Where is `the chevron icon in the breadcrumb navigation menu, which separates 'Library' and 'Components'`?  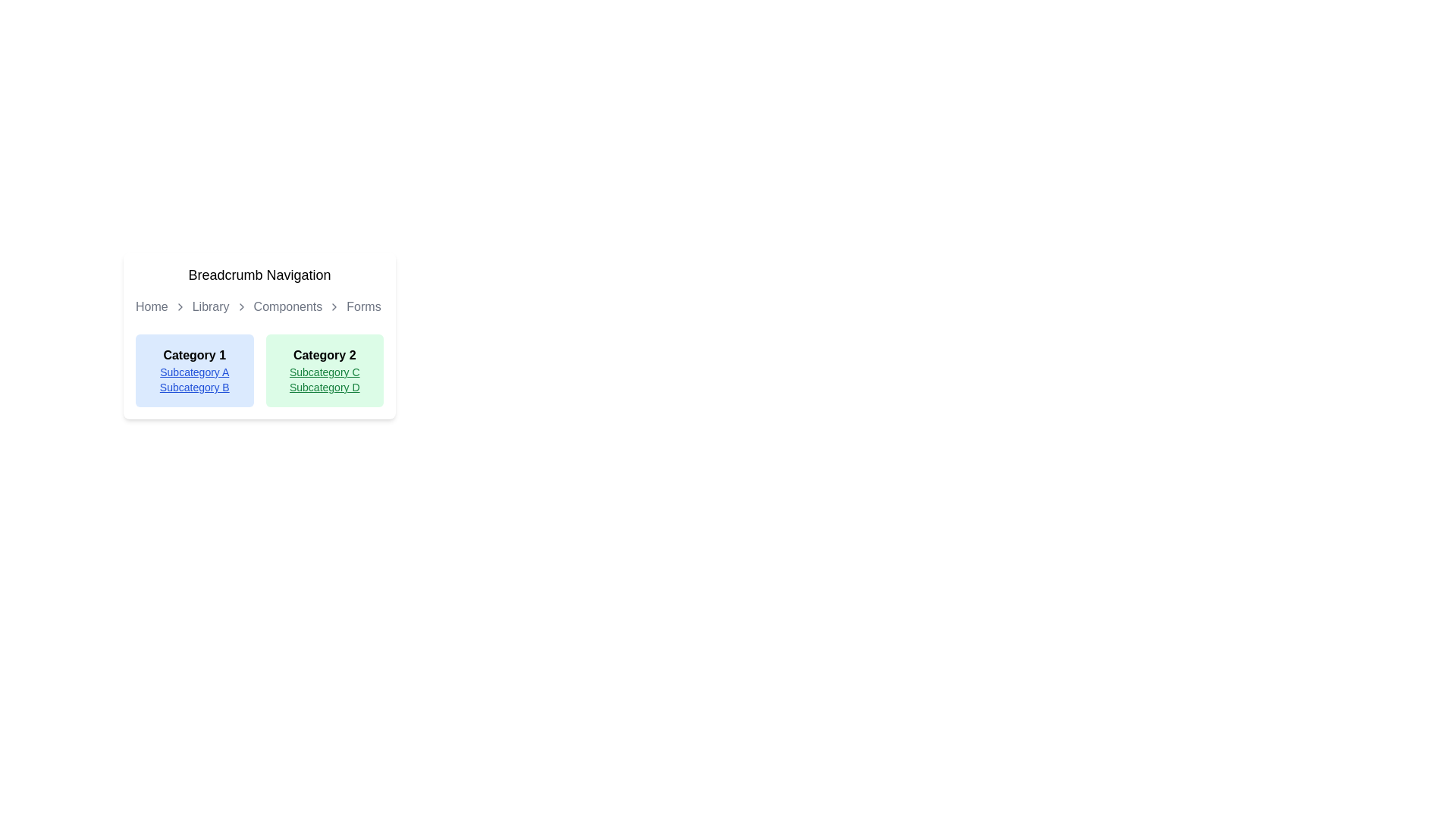 the chevron icon in the breadcrumb navigation menu, which separates 'Library' and 'Components' is located at coordinates (240, 307).